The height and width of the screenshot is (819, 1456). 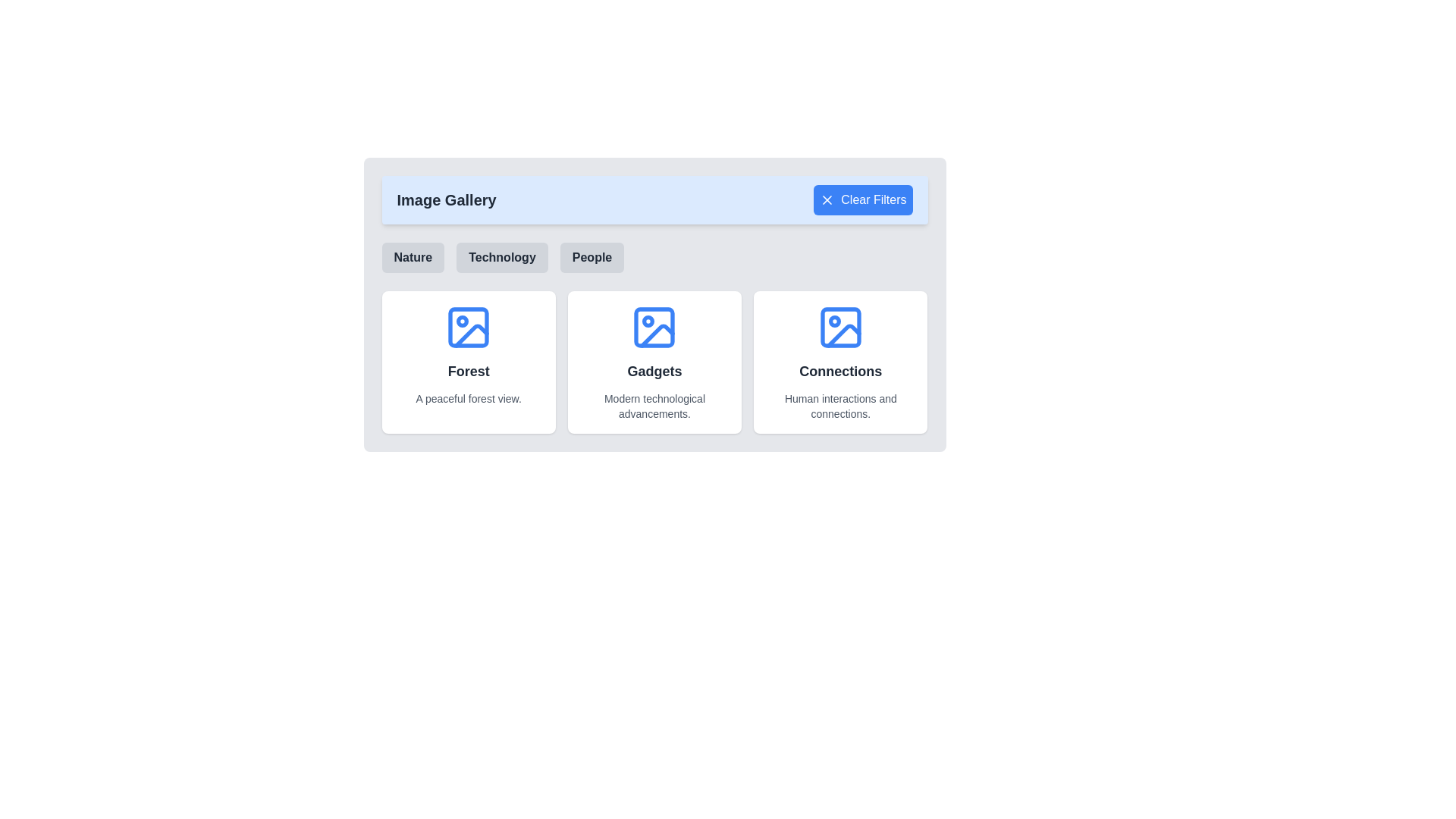 What do you see at coordinates (654, 256) in the screenshot?
I see `the 'Nature' button in the group of interactive buttons located below the 'Clear Filters' button and above the picture grid section to filter content` at bounding box center [654, 256].